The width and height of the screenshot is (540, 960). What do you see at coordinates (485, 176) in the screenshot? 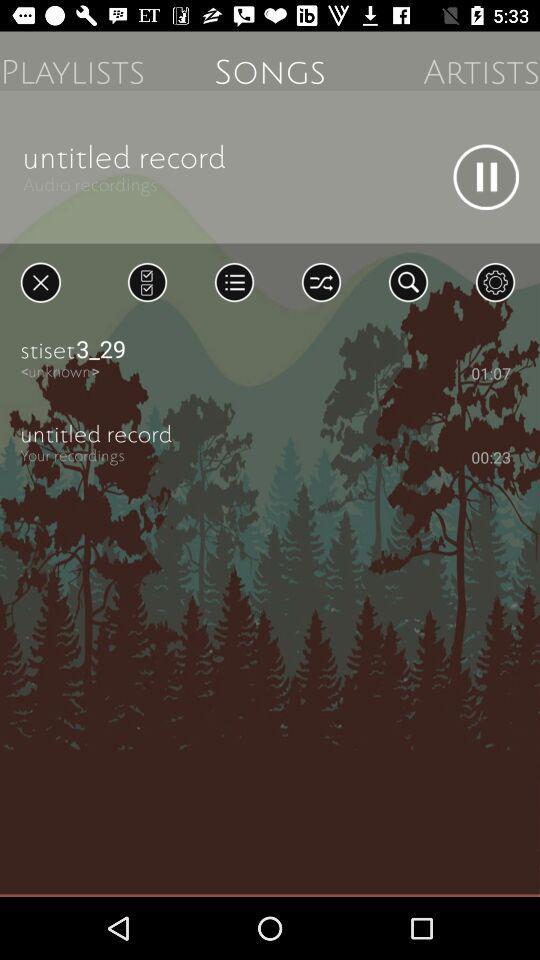
I see `pause button` at bounding box center [485, 176].